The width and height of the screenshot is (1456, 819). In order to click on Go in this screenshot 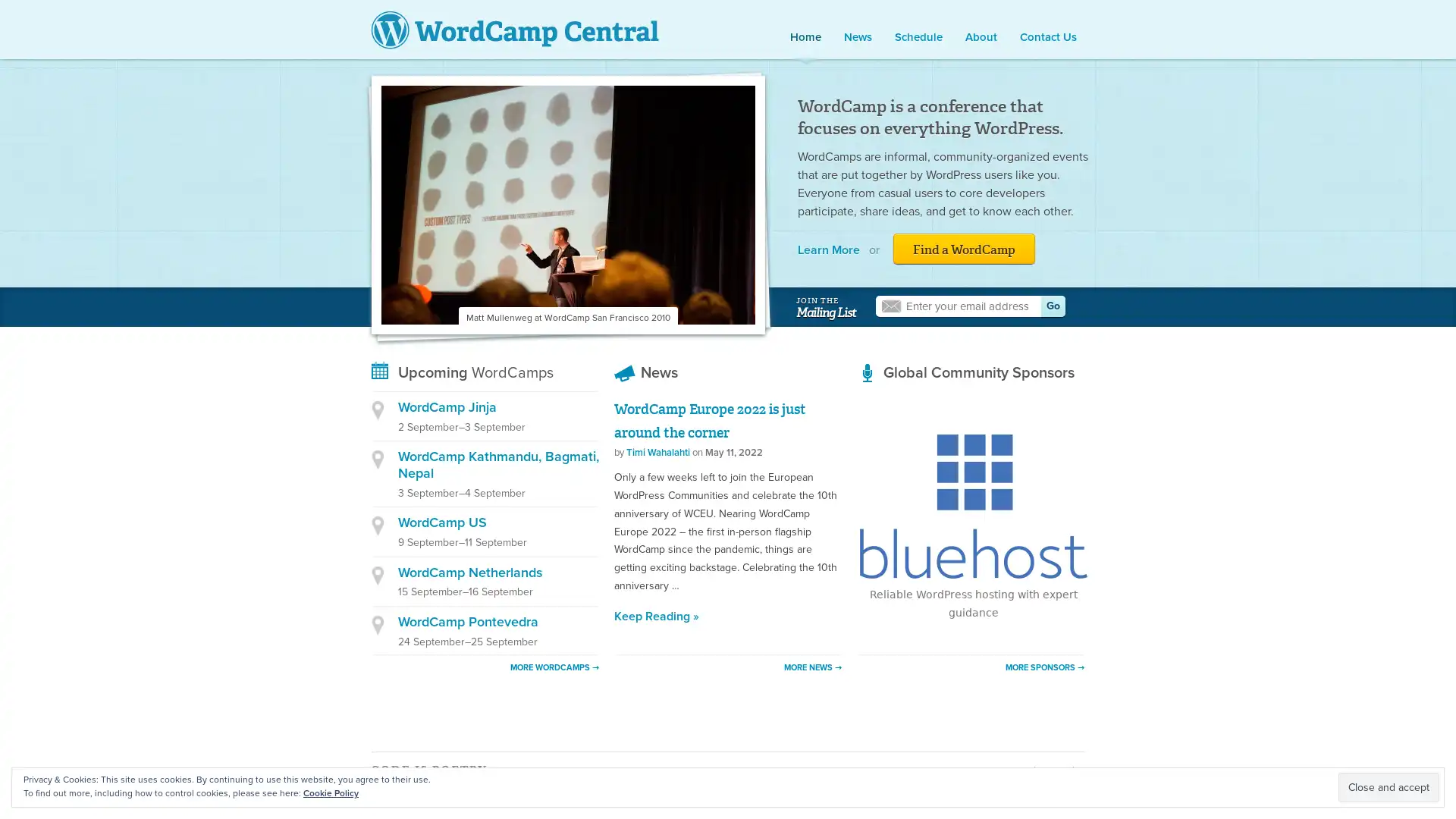, I will do `click(1052, 306)`.